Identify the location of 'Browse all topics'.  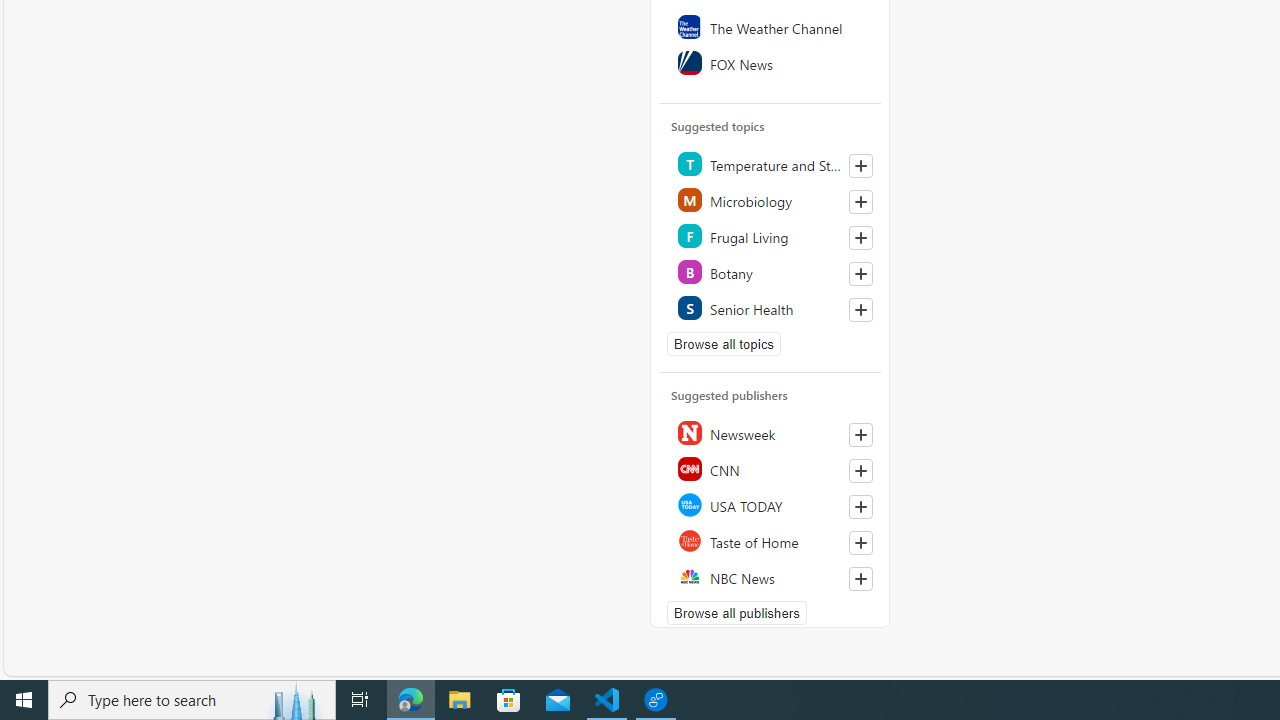
(723, 342).